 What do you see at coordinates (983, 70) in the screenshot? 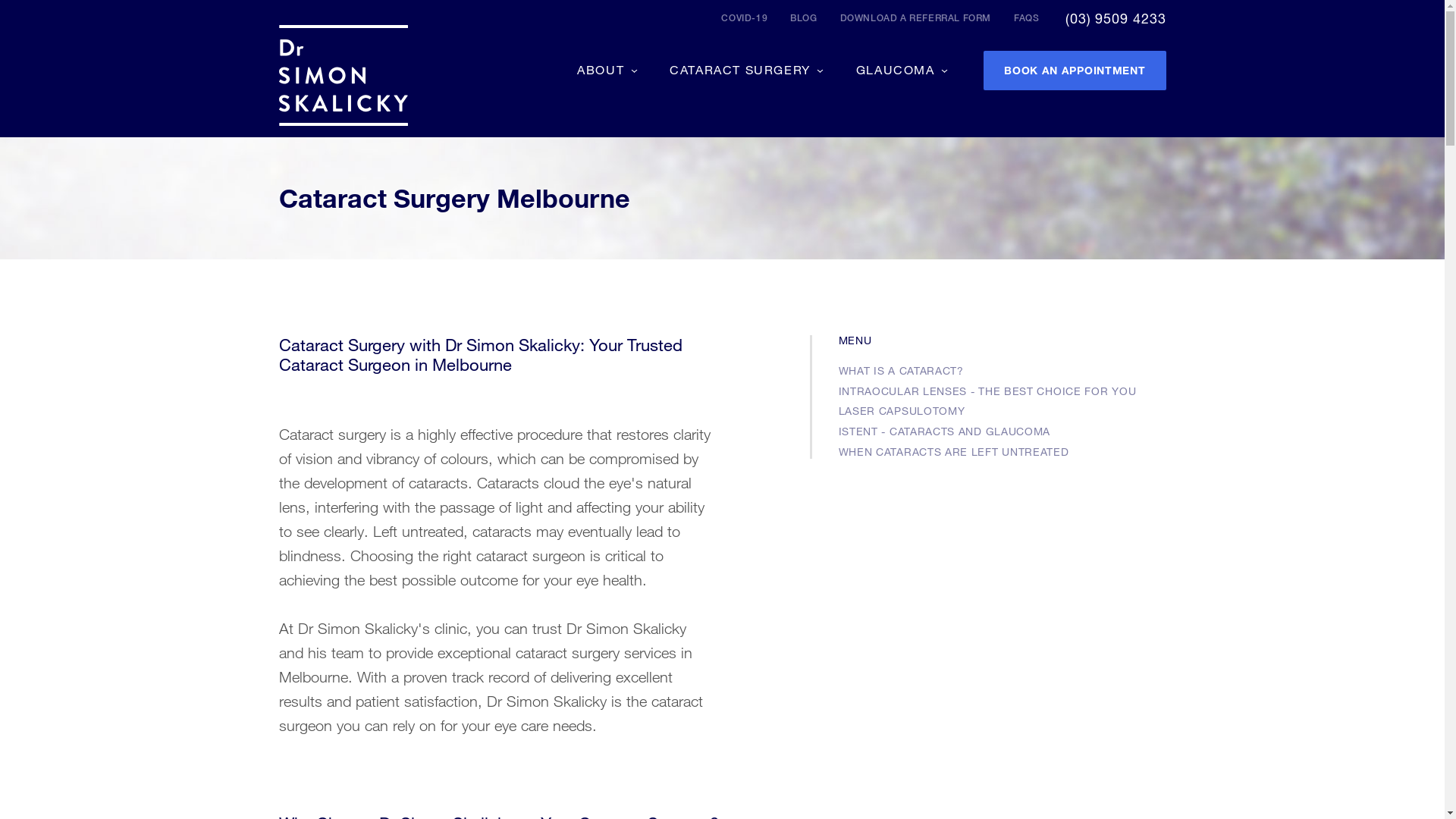
I see `'BOOK AN APPOINTMENT'` at bounding box center [983, 70].